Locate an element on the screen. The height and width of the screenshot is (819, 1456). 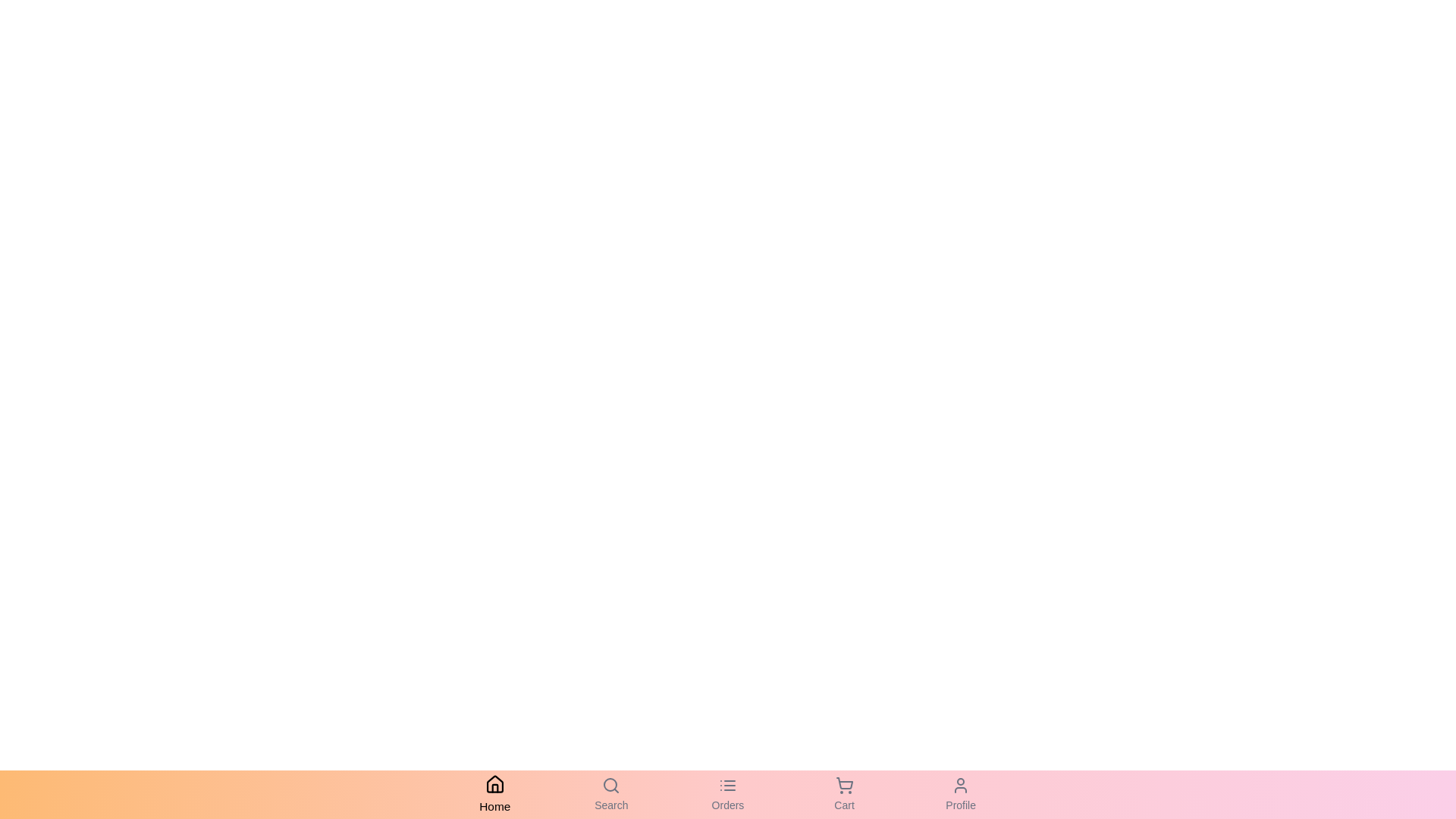
the tab Profile to observe its highlight is located at coordinates (960, 794).